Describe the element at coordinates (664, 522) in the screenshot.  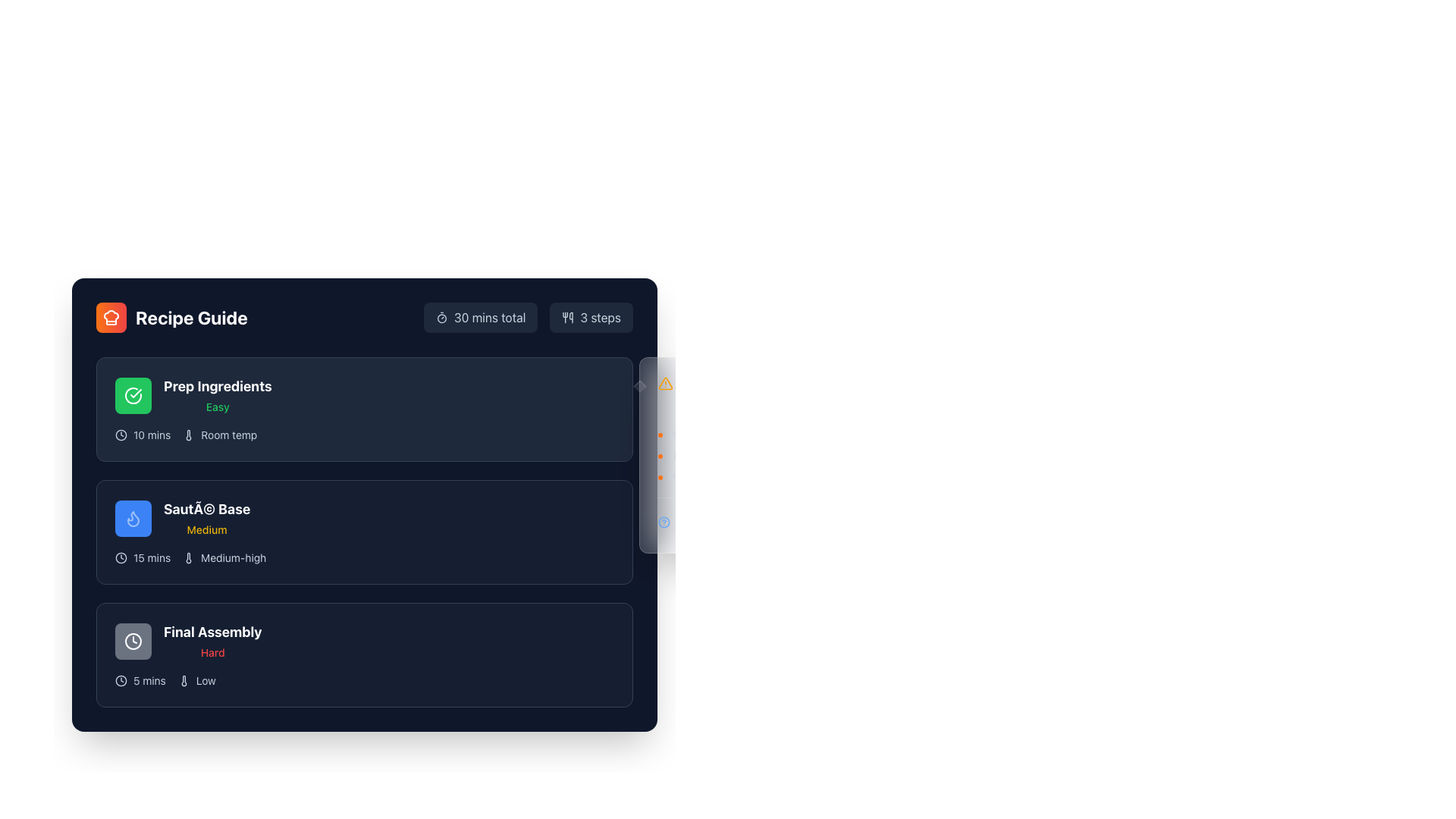
I see `the blue outlined circle icon that is part of the help or information symbol for additional information` at that location.